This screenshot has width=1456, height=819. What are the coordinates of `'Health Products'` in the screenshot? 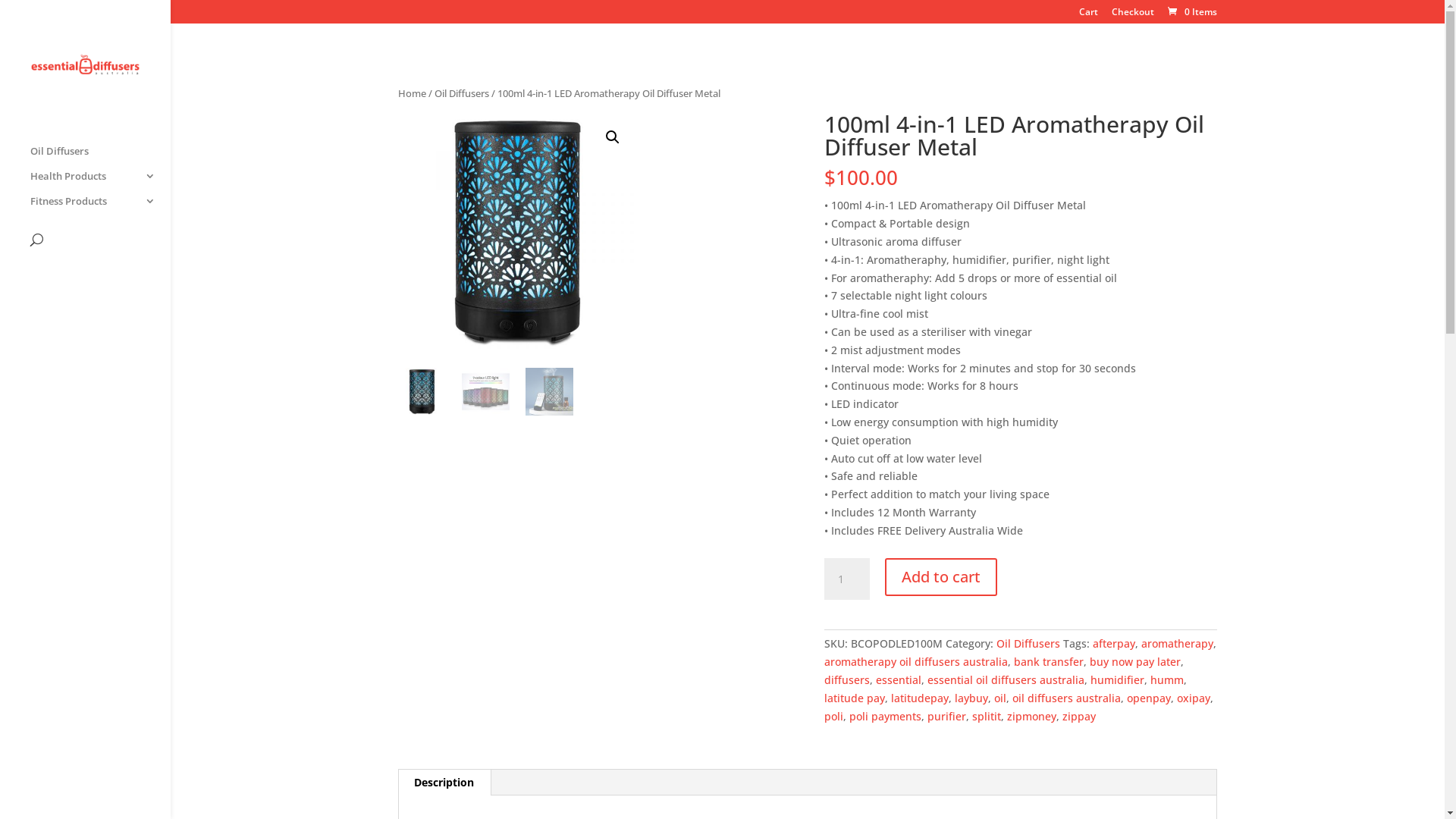 It's located at (30, 182).